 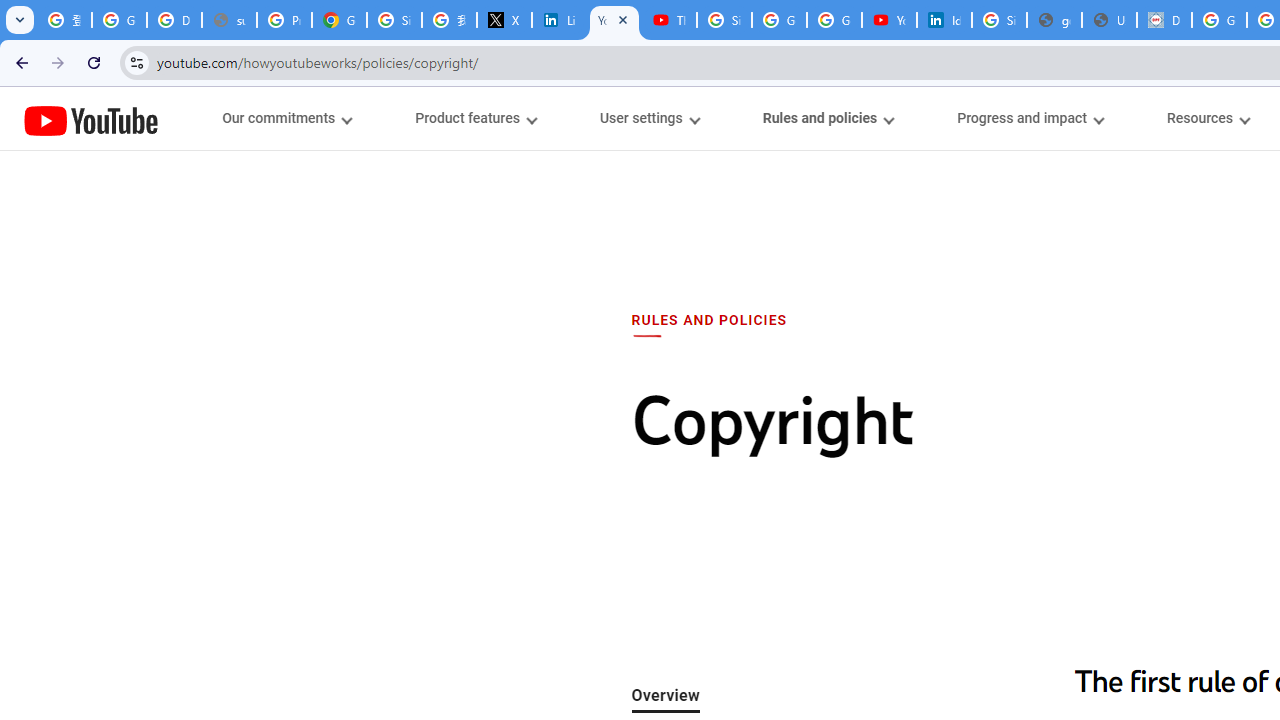 What do you see at coordinates (665, 696) in the screenshot?
I see `'Overview'` at bounding box center [665, 696].